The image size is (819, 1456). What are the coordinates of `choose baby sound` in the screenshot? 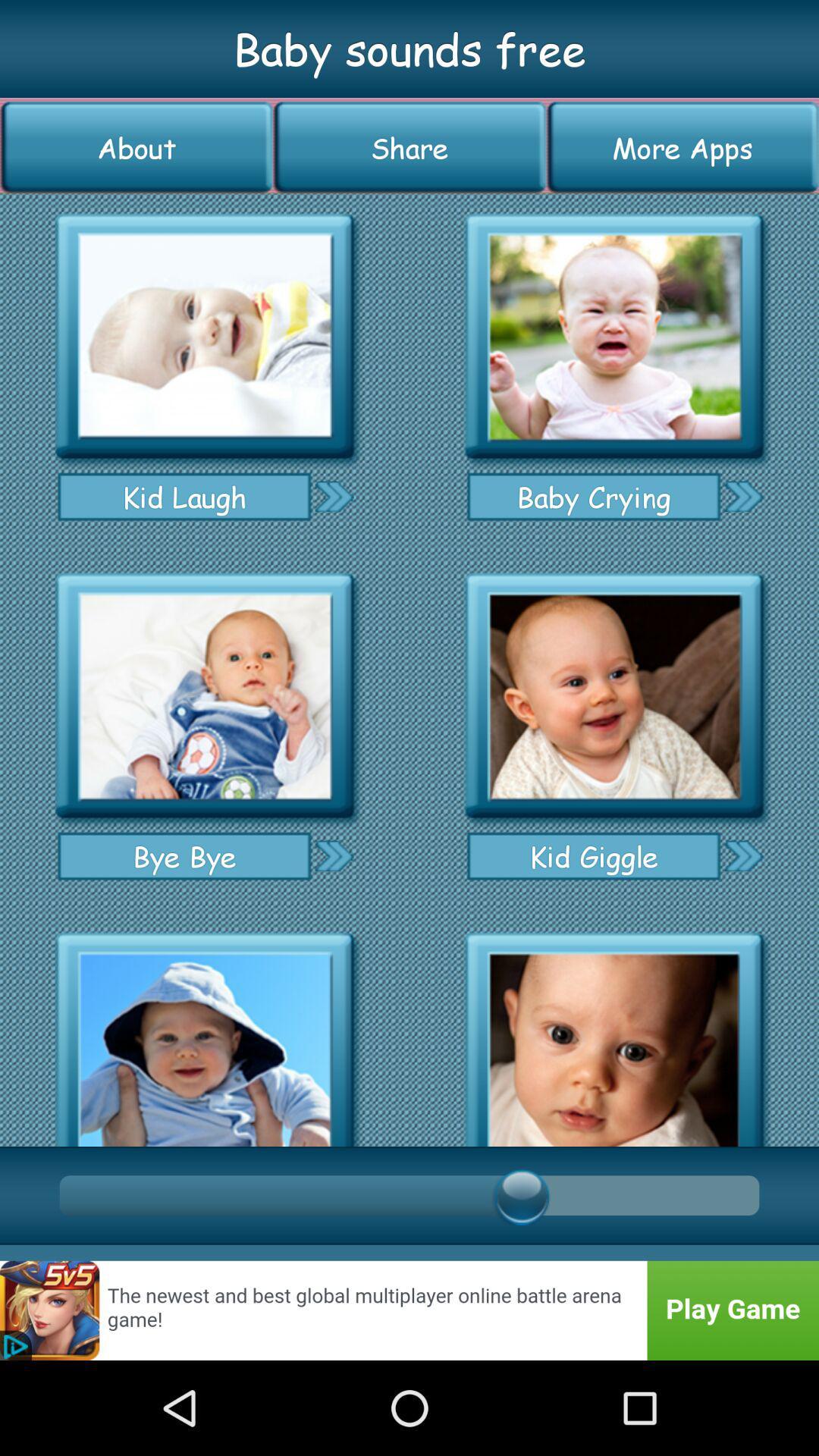 It's located at (205, 695).